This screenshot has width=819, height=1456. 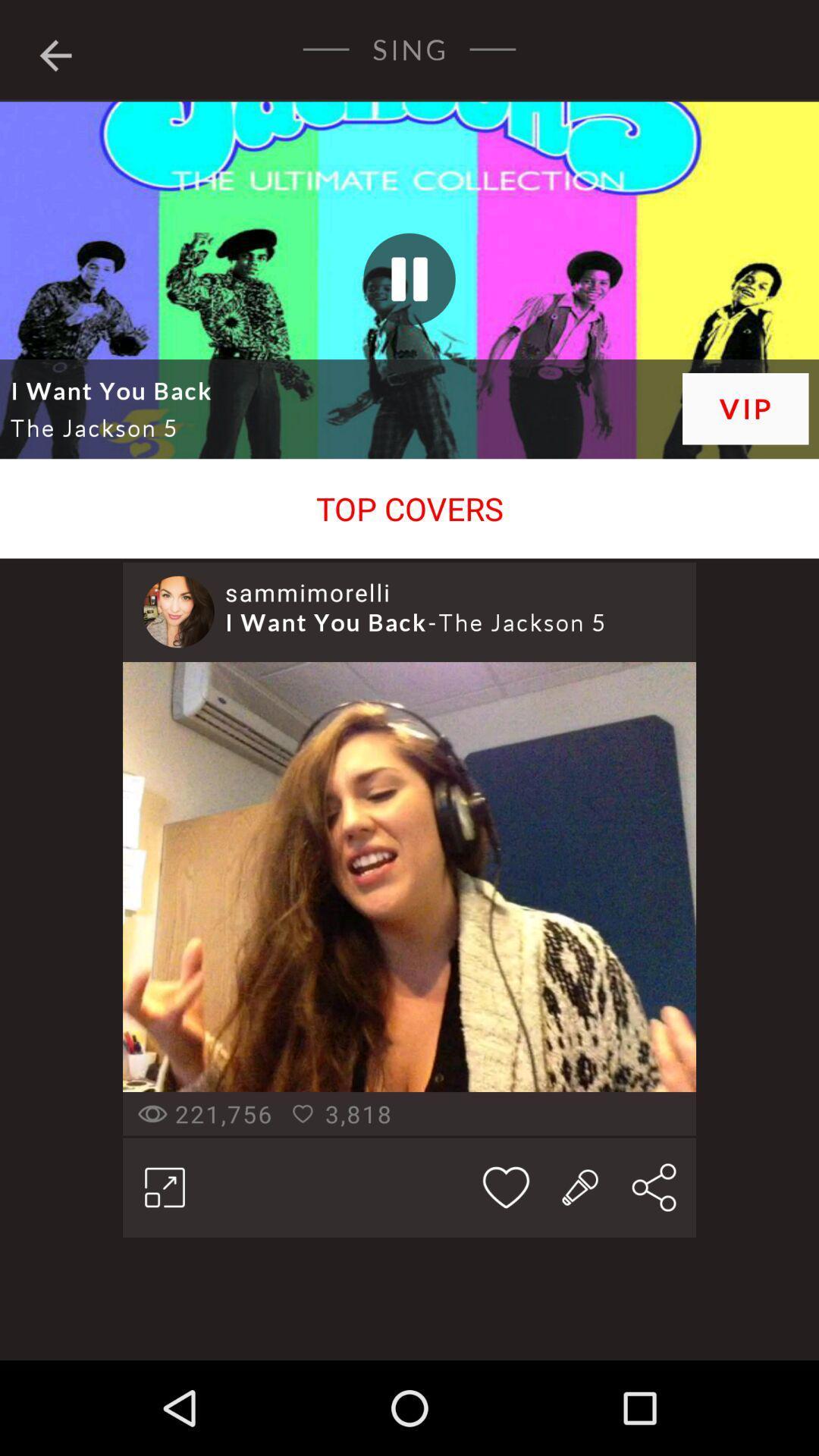 What do you see at coordinates (55, 52) in the screenshot?
I see `icon next to the sing` at bounding box center [55, 52].